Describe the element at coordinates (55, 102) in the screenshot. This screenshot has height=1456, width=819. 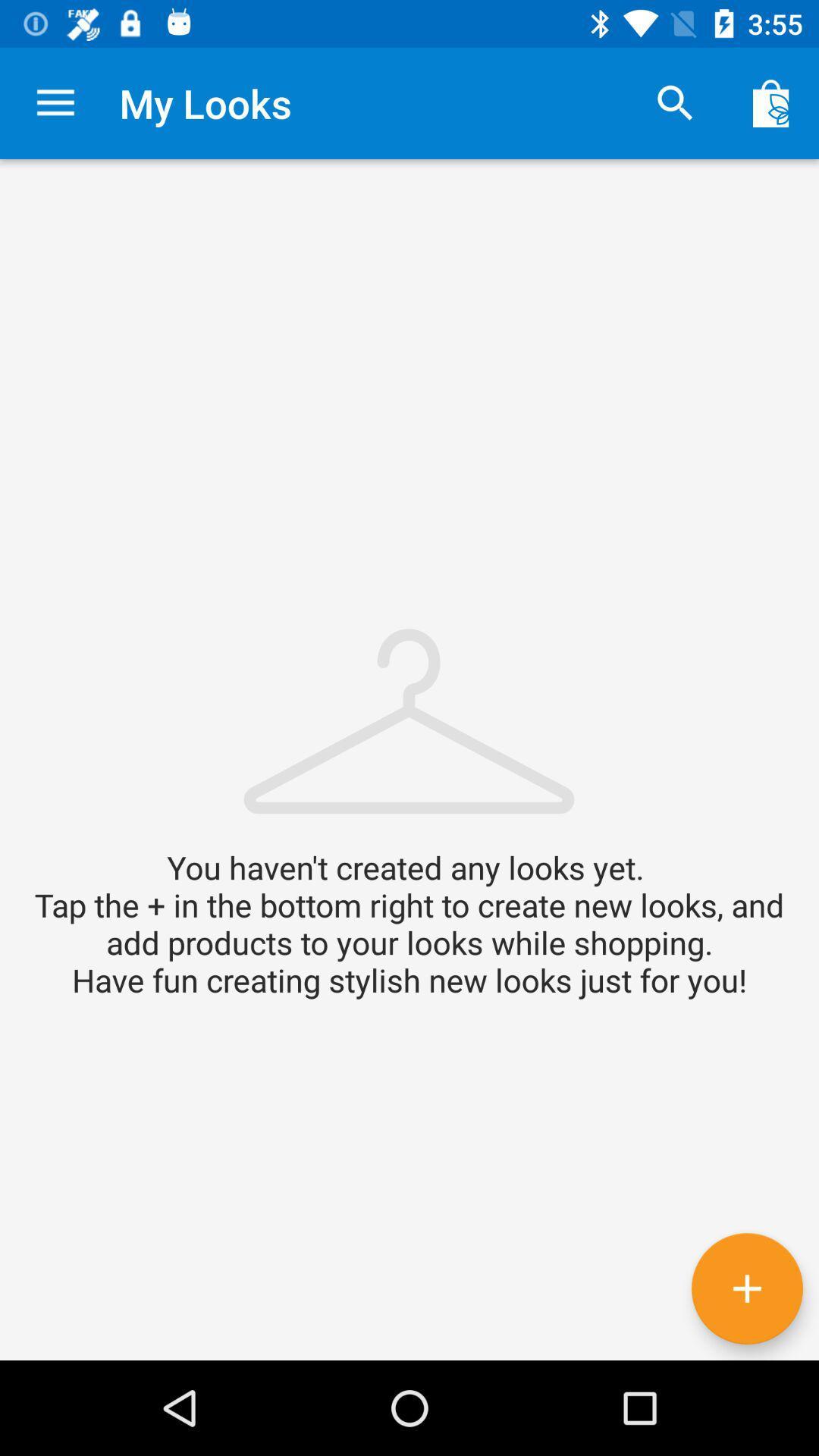
I see `item next to the my looks item` at that location.